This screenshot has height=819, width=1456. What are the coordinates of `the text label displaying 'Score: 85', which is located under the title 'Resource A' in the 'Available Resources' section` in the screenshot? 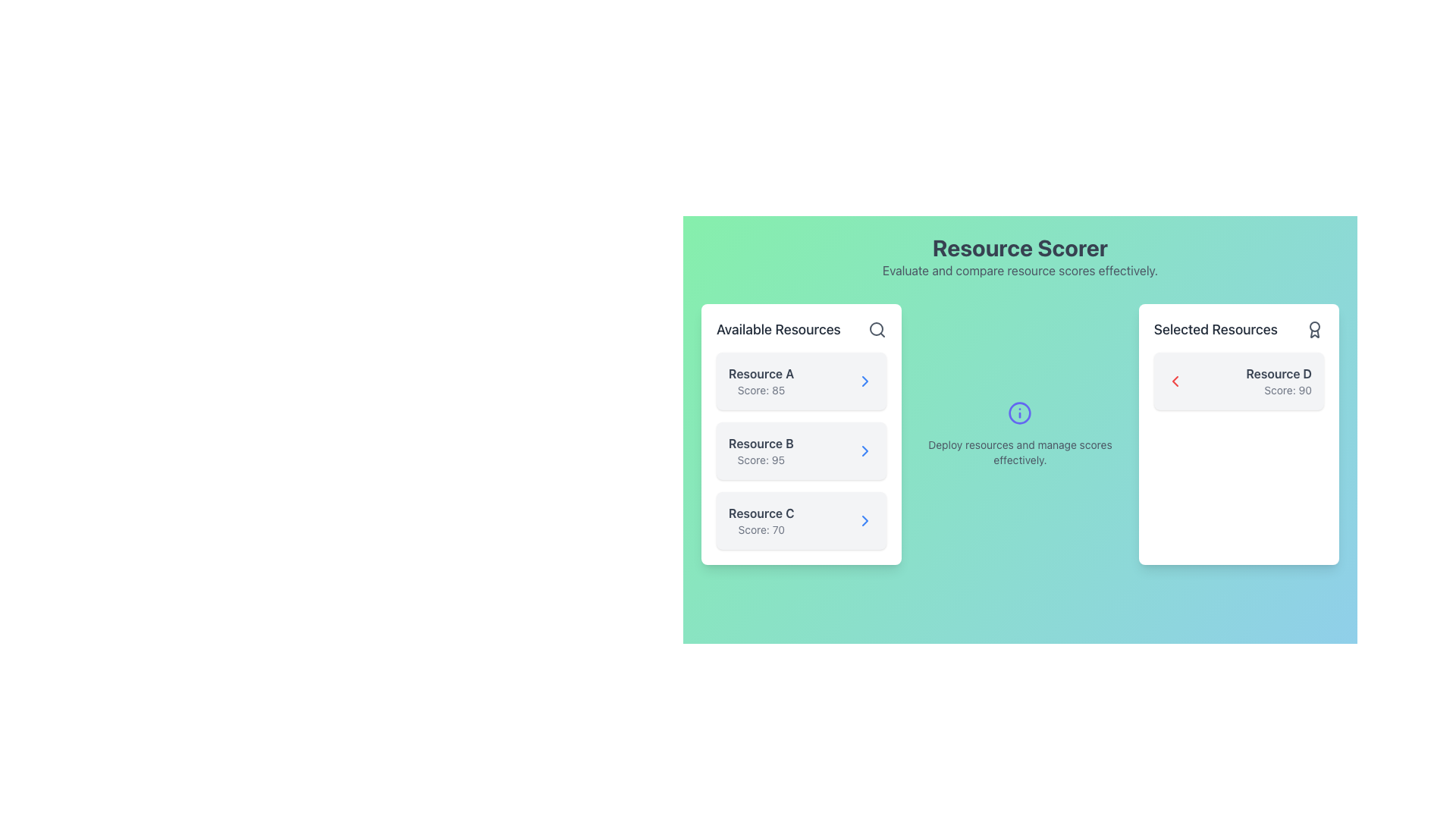 It's located at (761, 390).